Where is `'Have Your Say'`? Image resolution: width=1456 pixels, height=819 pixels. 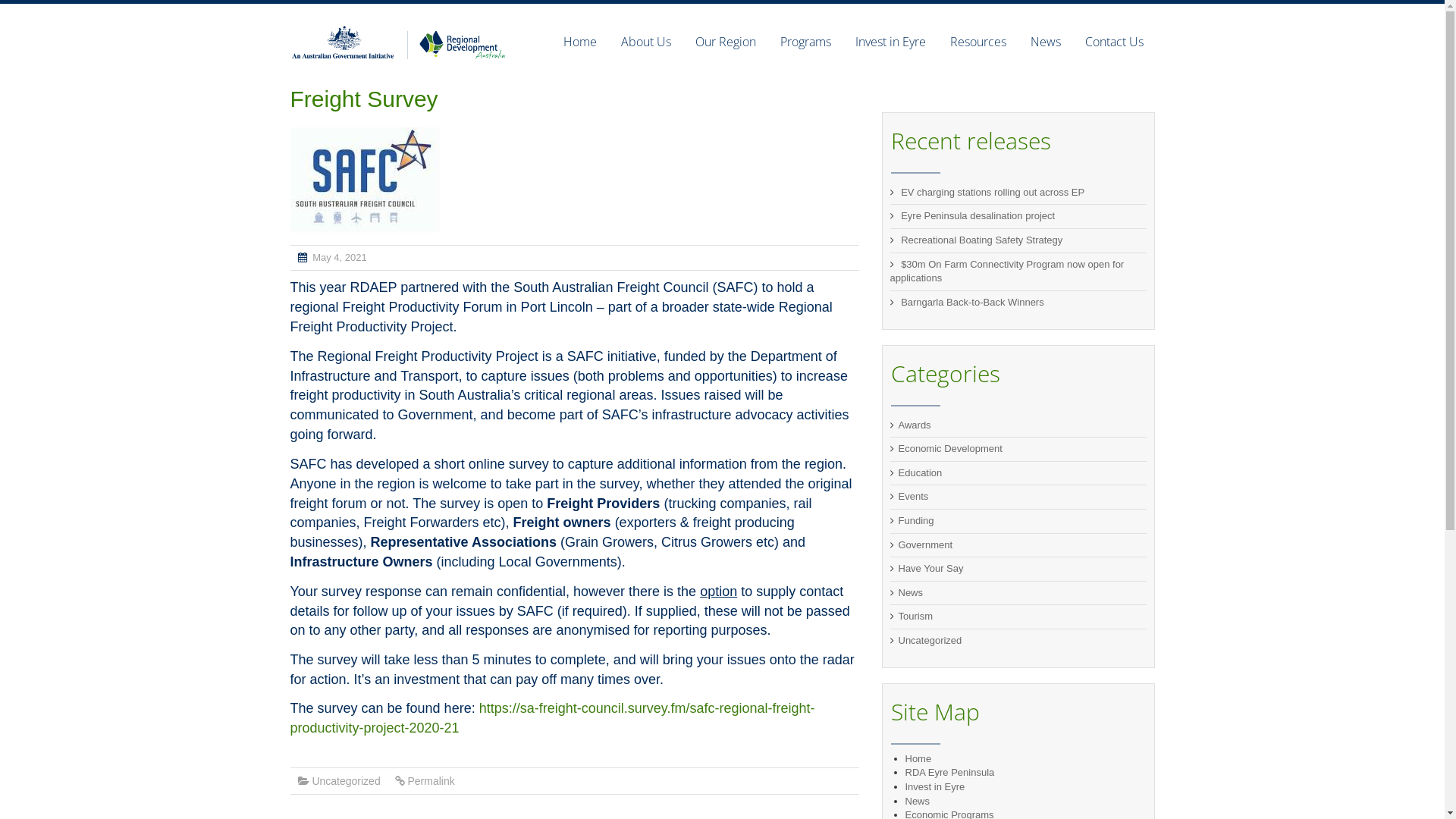
'Have Your Say' is located at coordinates (930, 568).